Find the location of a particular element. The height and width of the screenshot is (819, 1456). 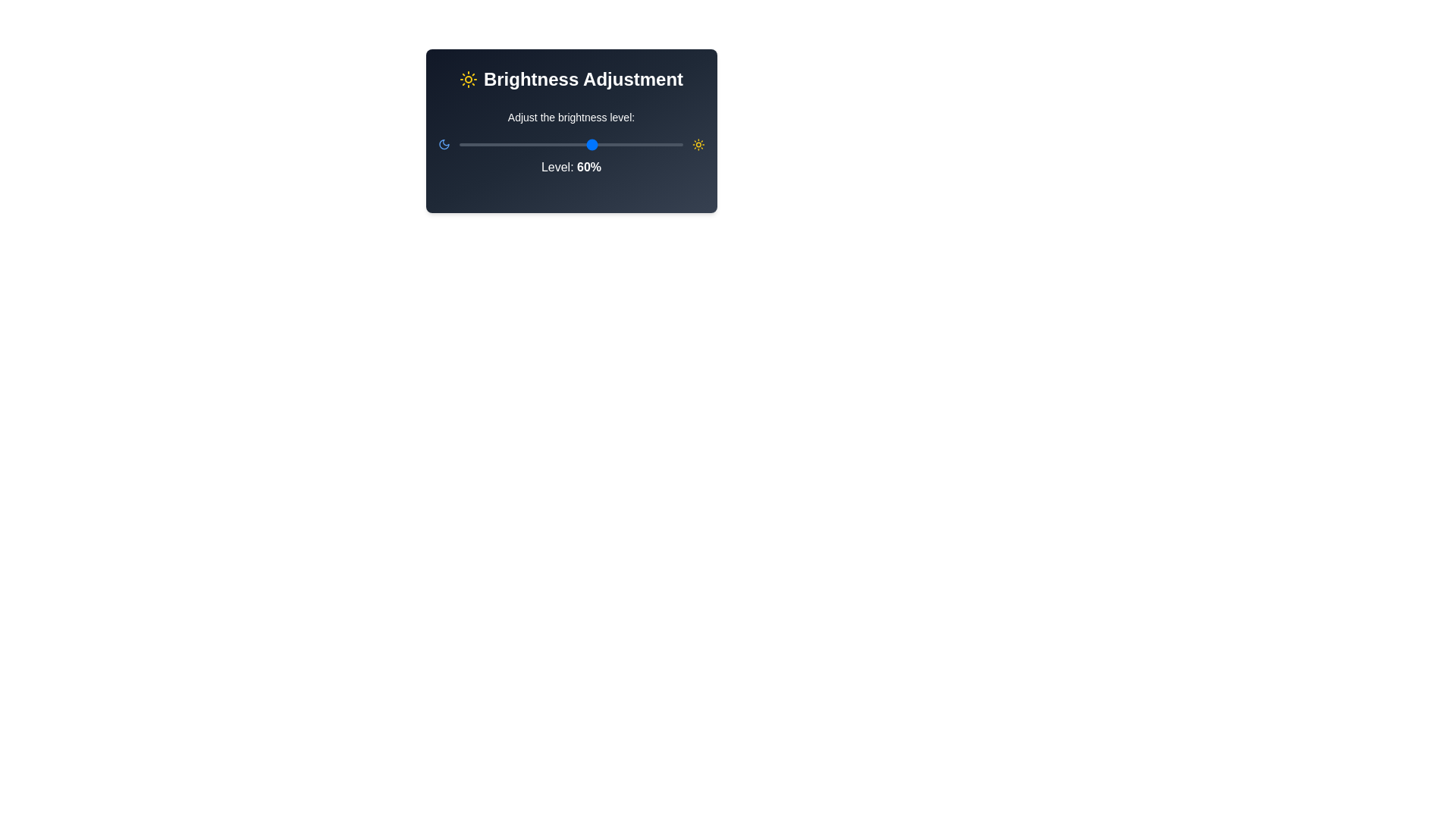

the horizontal slider bar with a red track and blue movable selector is located at coordinates (570, 145).